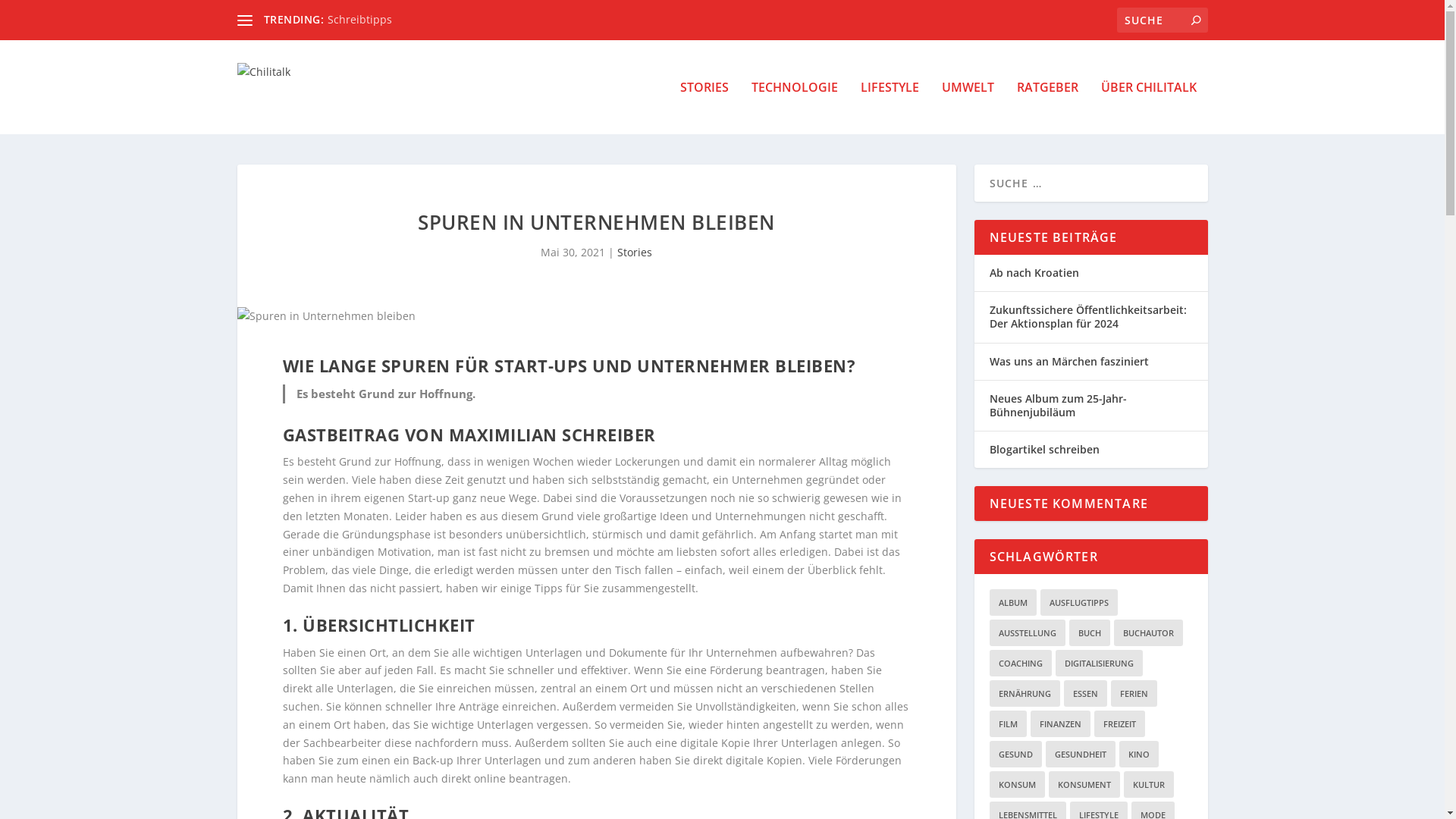 Image resolution: width=1456 pixels, height=819 pixels. What do you see at coordinates (889, 107) in the screenshot?
I see `'LIFESTYLE'` at bounding box center [889, 107].